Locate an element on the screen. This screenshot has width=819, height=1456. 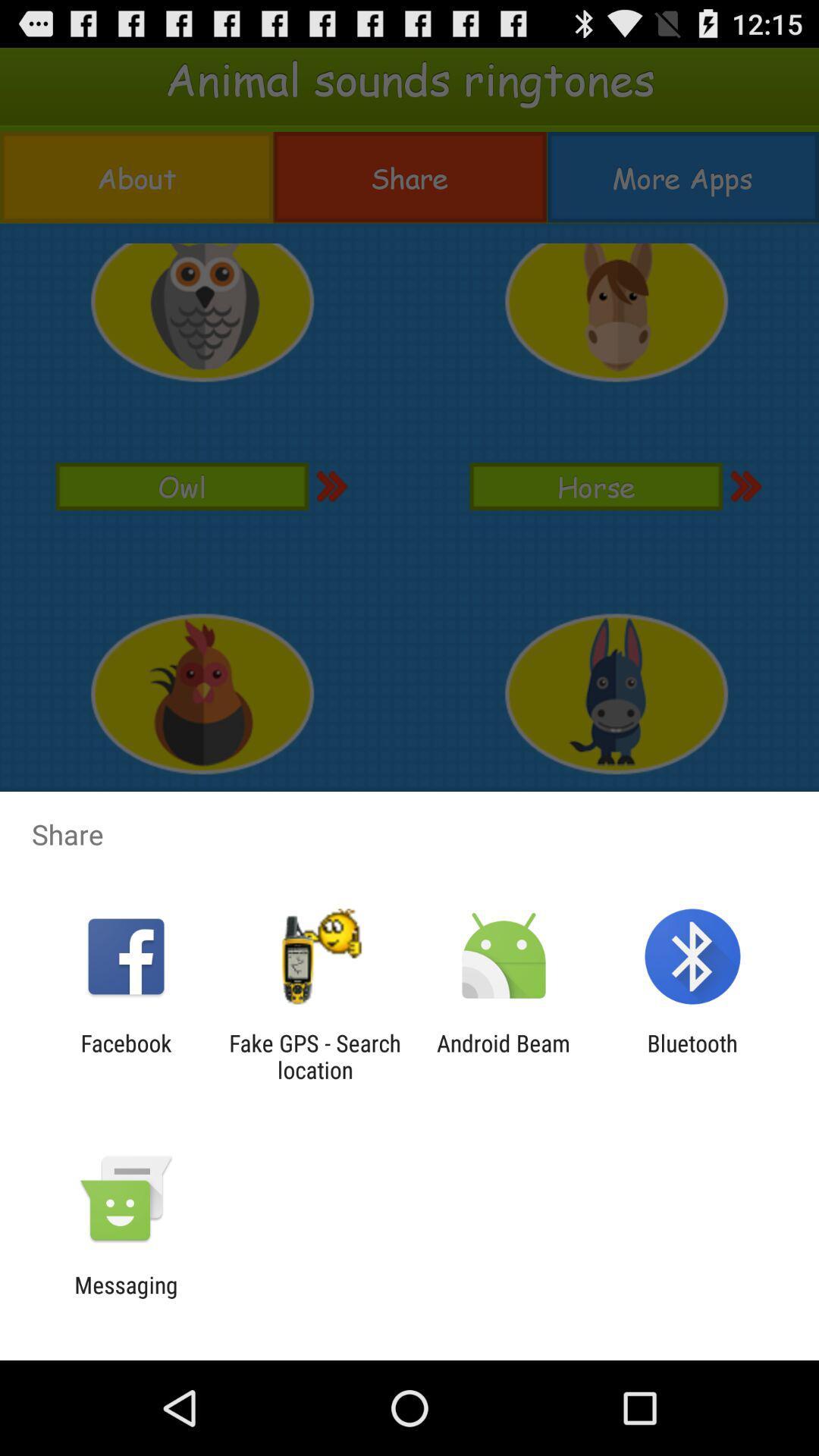
the app next to the fake gps search item is located at coordinates (504, 1056).